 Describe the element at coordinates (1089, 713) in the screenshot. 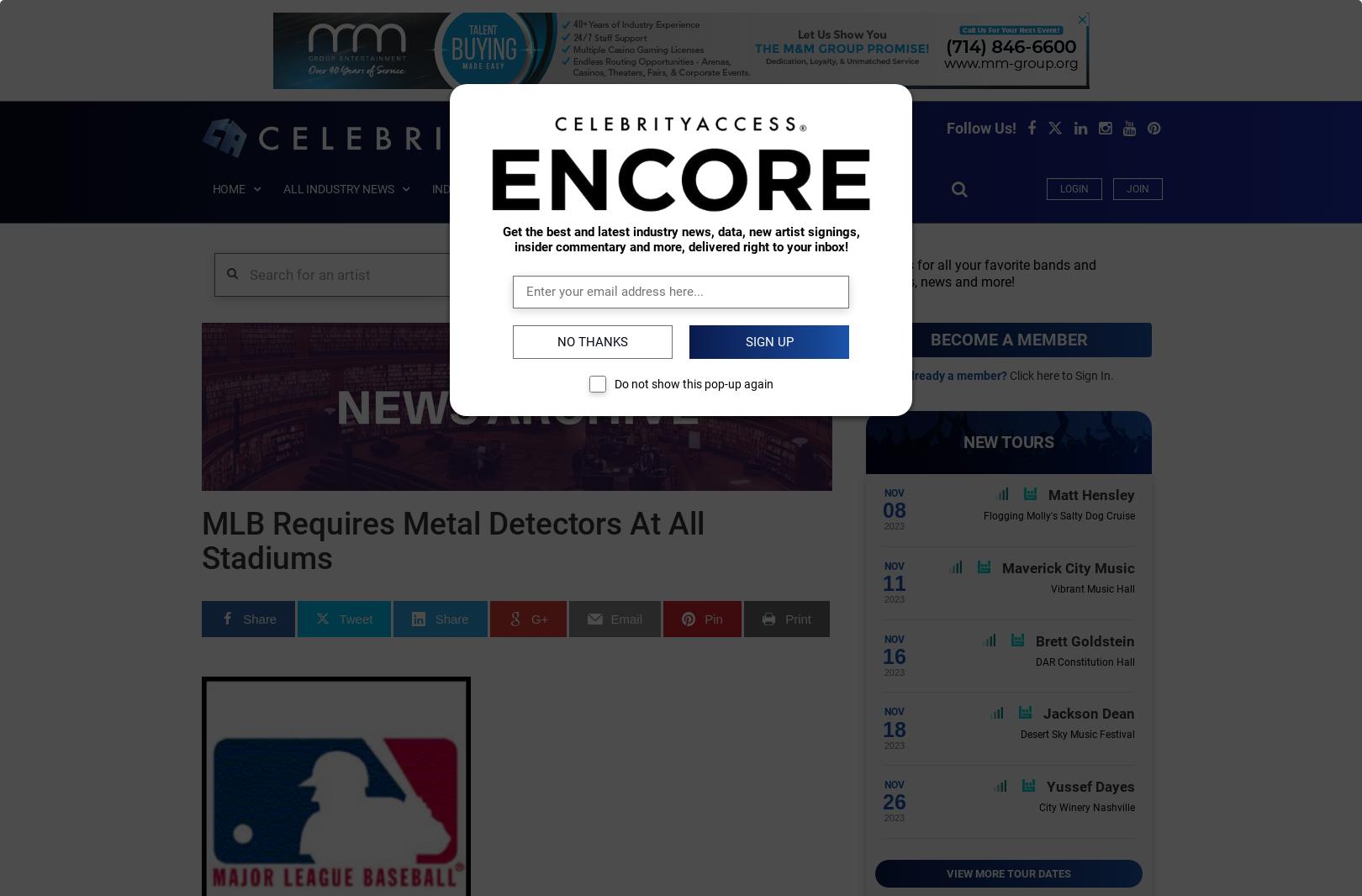

I see `'Jackson Dean'` at that location.